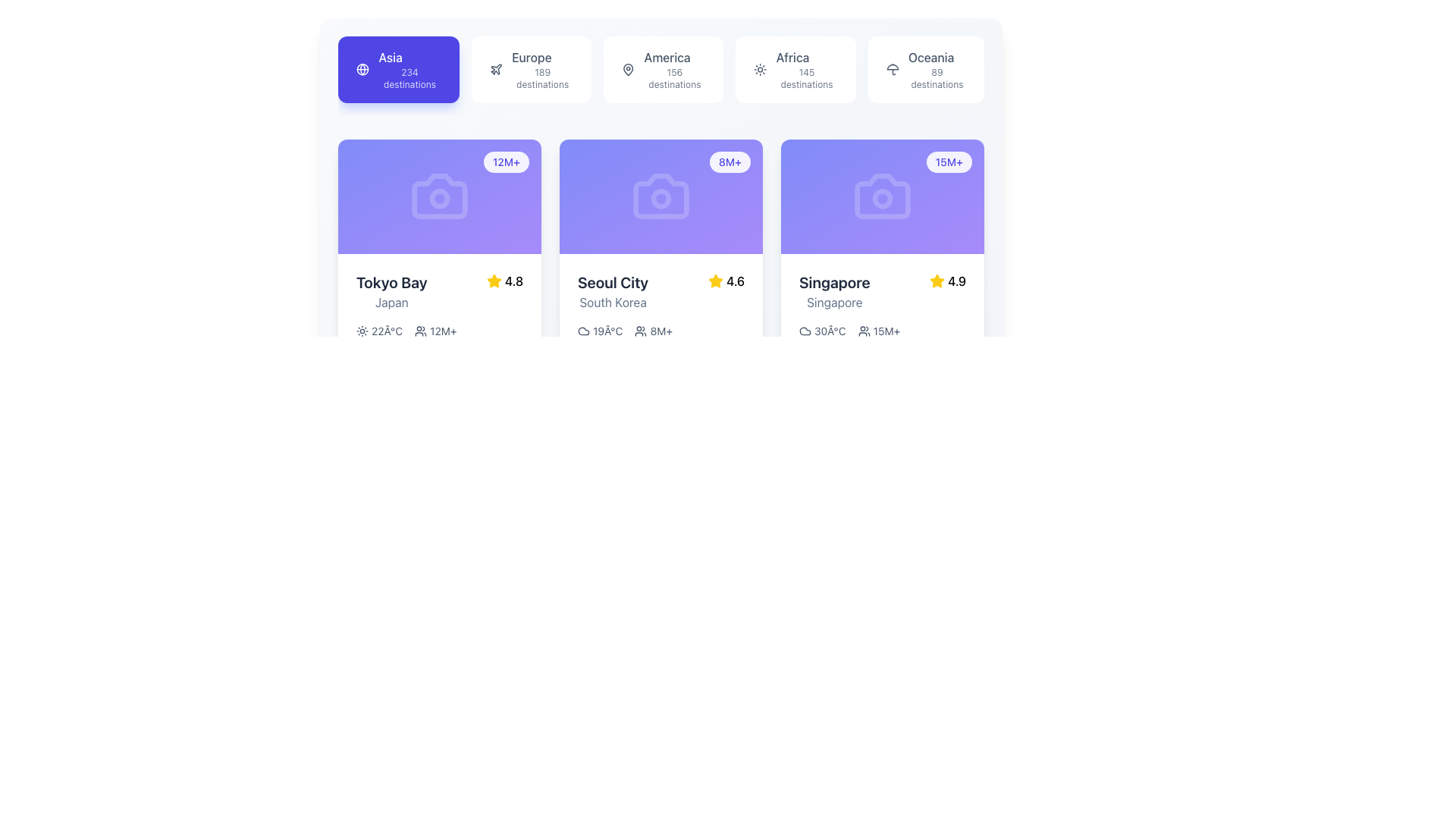 This screenshot has width=1456, height=819. I want to click on the text display showing '4.6' that is part of the rating section for 'Seoul City, South Korea', located next to a yellow star icon, so click(735, 281).